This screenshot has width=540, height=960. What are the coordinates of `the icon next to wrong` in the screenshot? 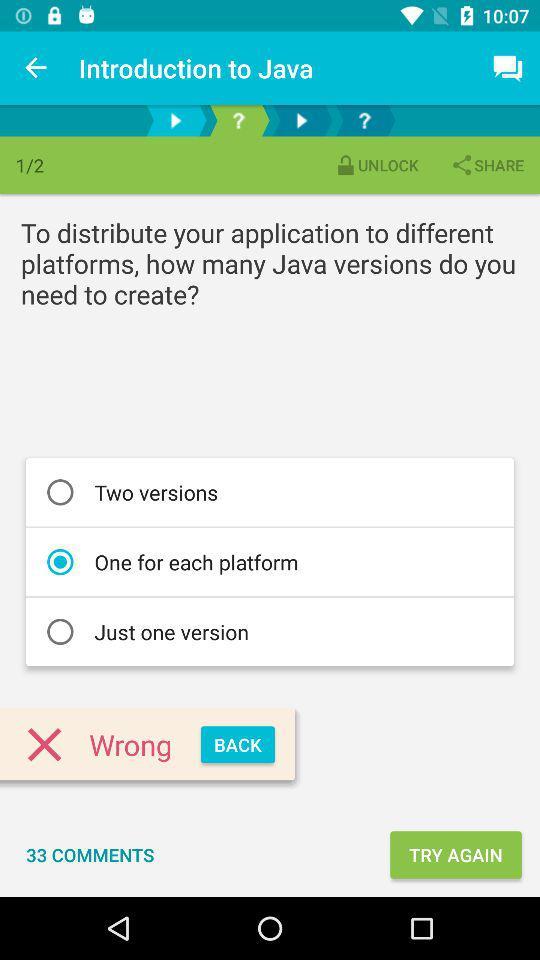 It's located at (237, 743).